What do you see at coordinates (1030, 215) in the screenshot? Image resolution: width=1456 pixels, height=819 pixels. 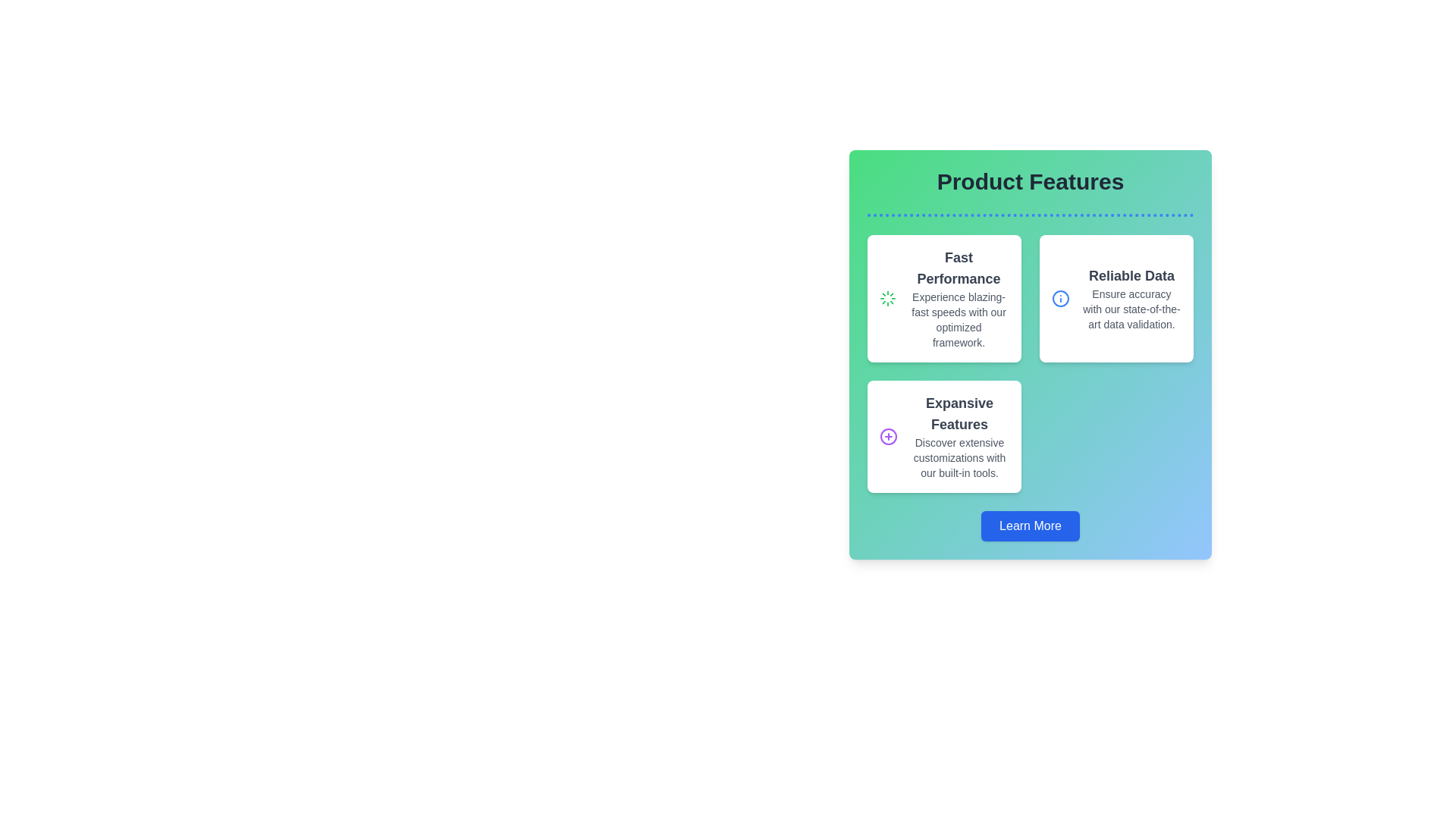 I see `the decorative dotted blue horizontal line separator located between the title 'Product Features' and the grid of feature descriptions` at bounding box center [1030, 215].